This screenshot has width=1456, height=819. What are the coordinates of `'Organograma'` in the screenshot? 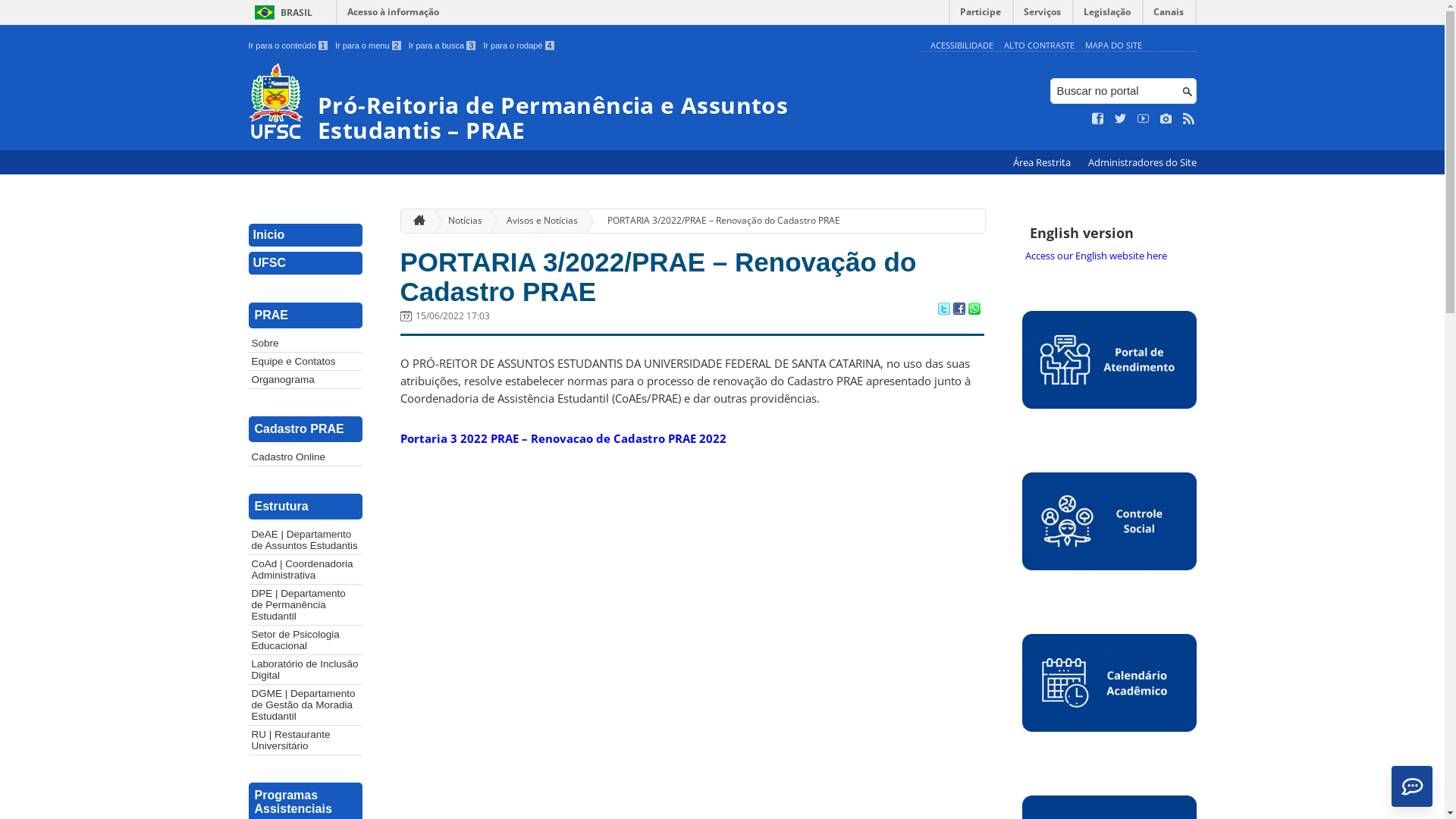 It's located at (305, 378).